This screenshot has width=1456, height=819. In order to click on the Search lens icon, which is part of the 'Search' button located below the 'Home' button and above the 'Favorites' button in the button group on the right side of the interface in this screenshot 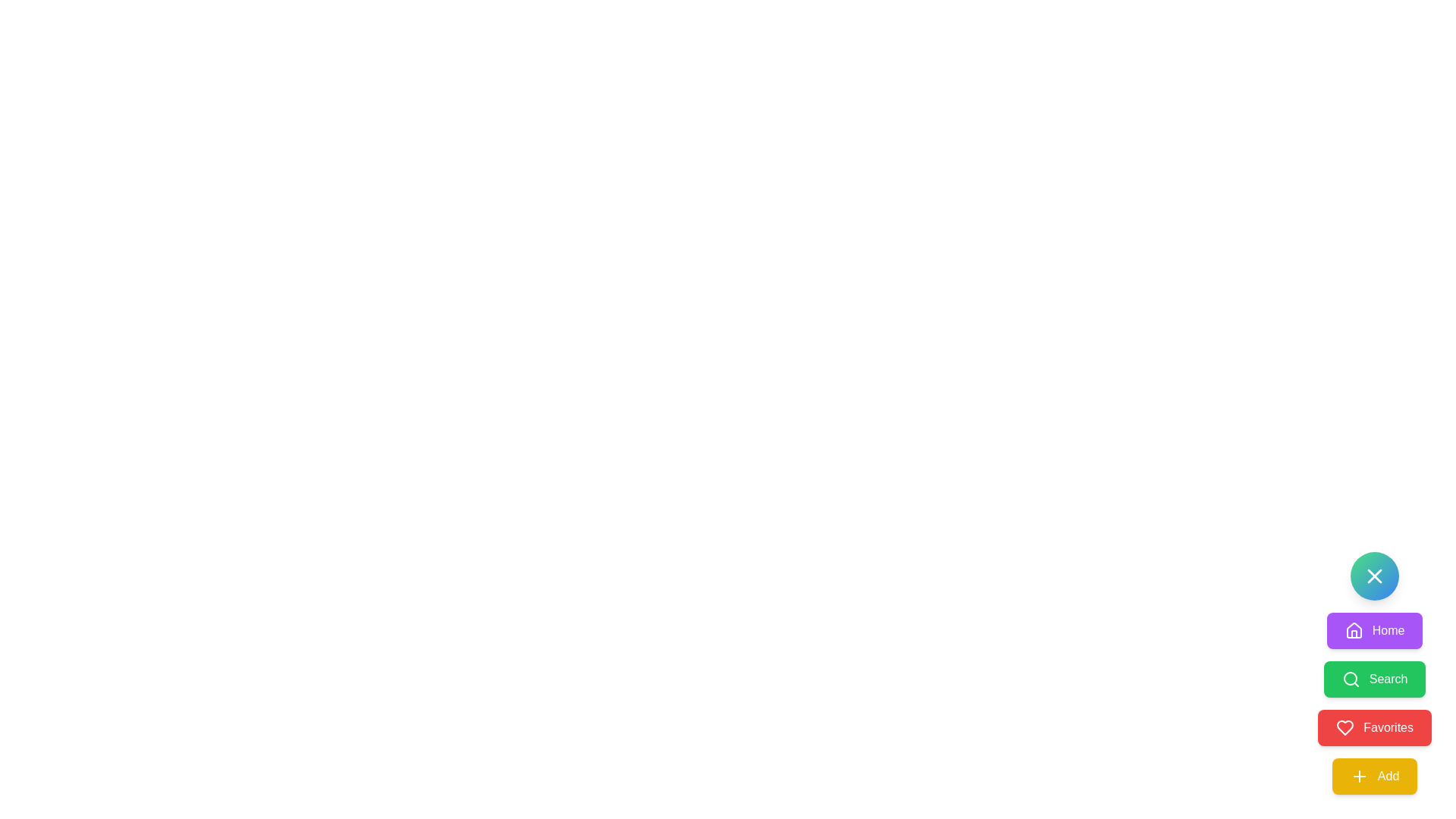, I will do `click(1350, 677)`.